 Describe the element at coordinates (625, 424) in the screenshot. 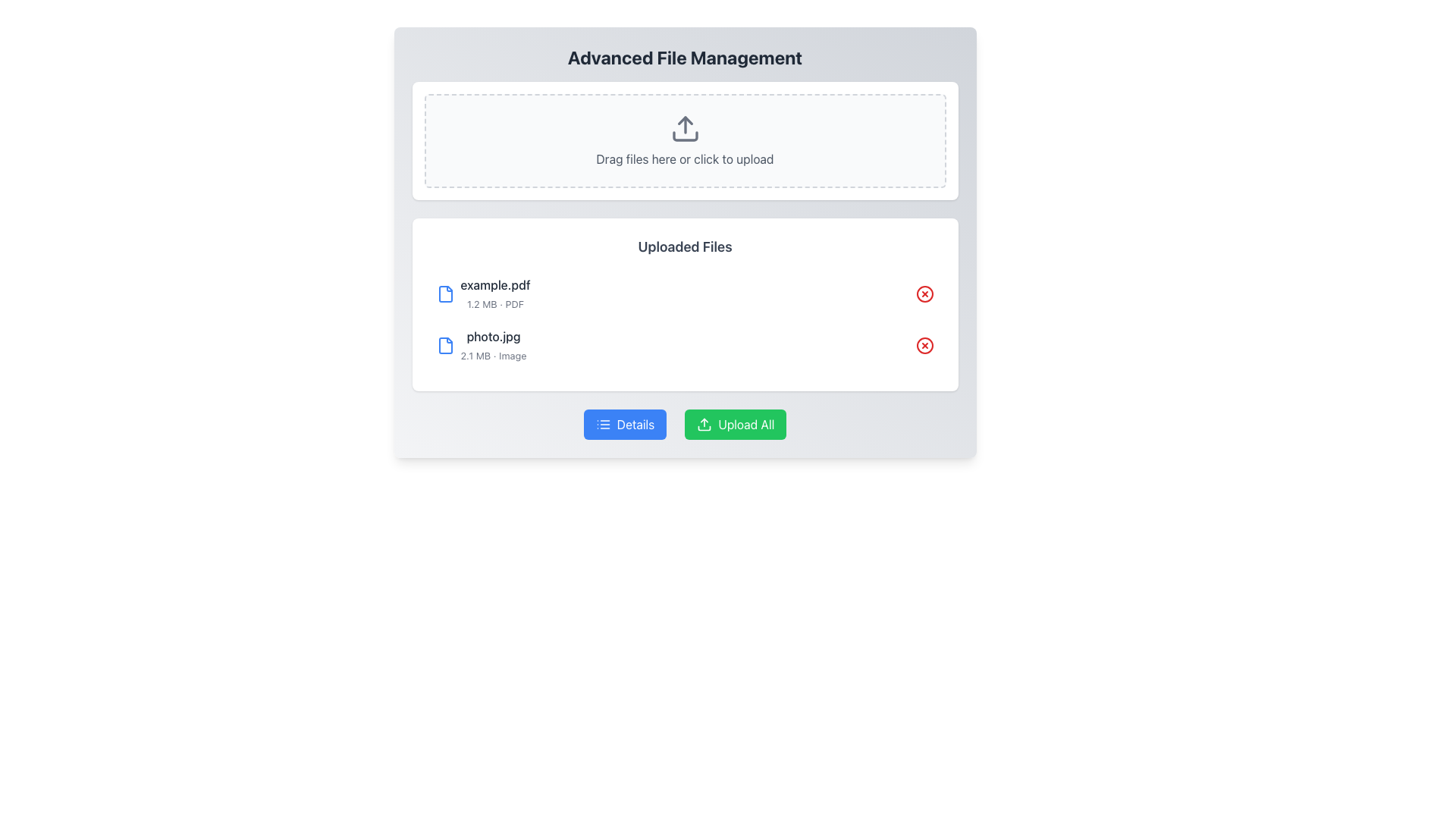

I see `the button located at the bottom center of the interface, positioned to the left of the green 'Upload All' button` at that location.